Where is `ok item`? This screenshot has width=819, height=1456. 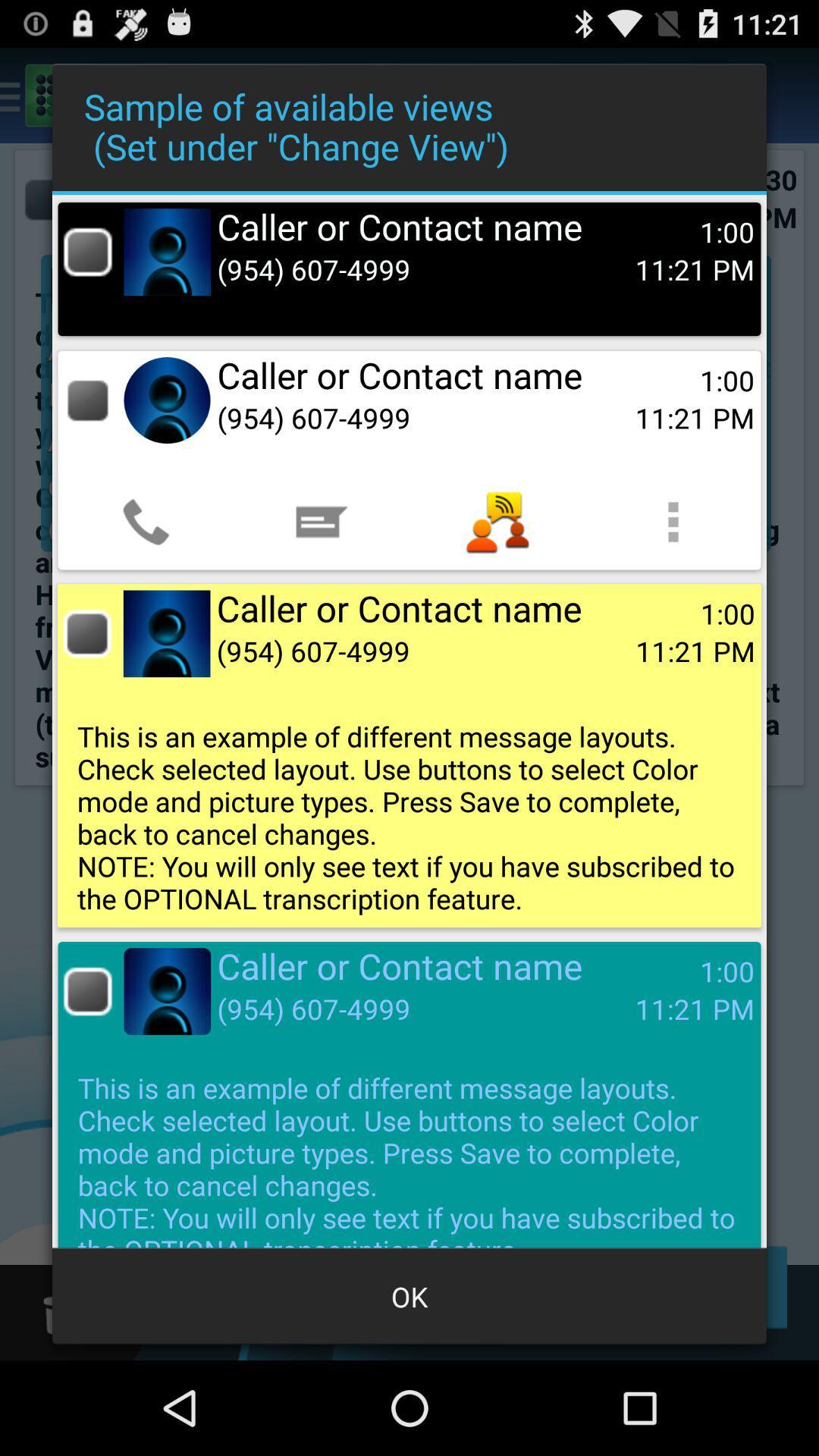 ok item is located at coordinates (409, 1295).